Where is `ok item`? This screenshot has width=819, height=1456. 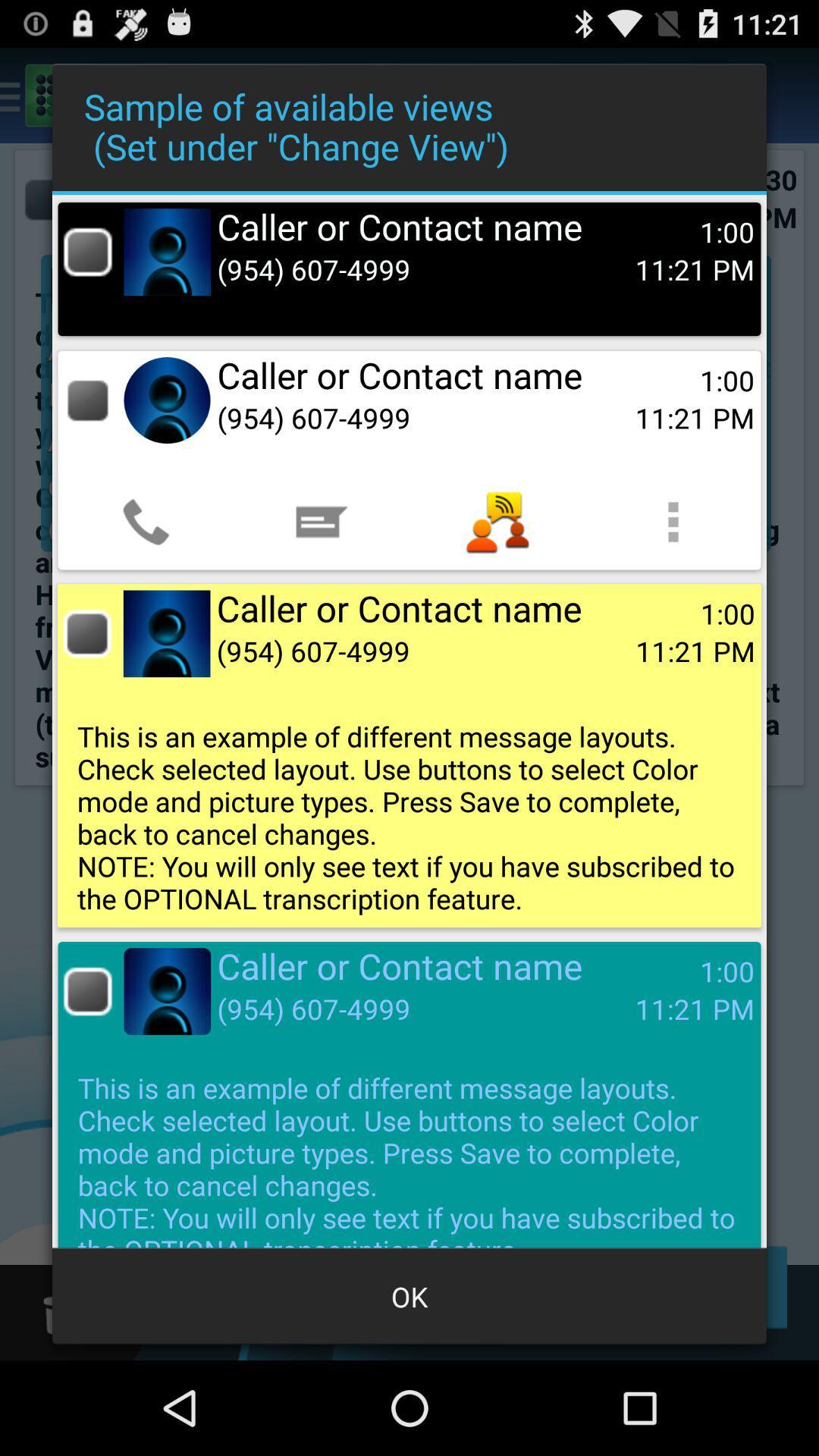 ok item is located at coordinates (409, 1295).